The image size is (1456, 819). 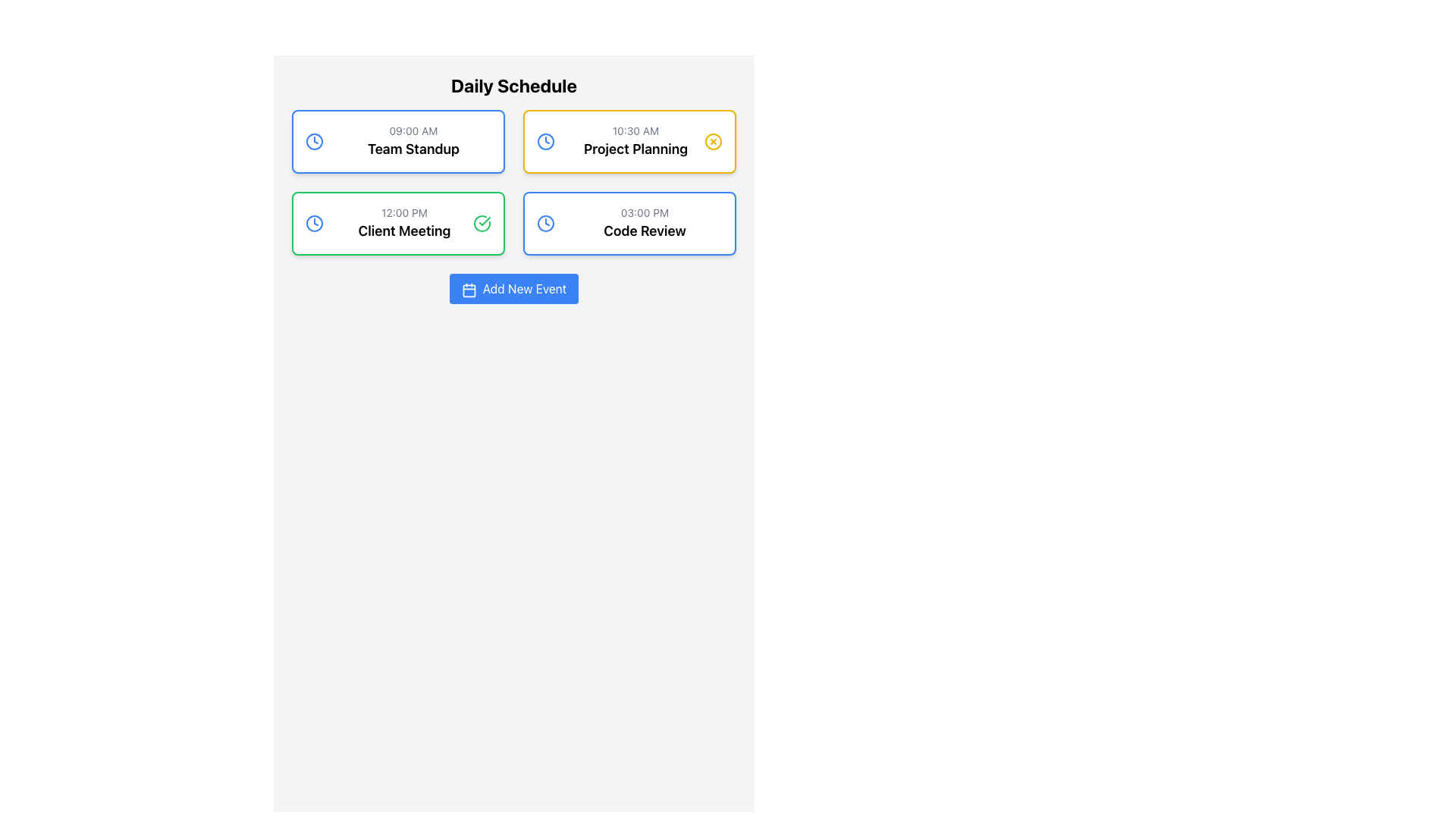 What do you see at coordinates (468, 290) in the screenshot?
I see `the calendar icon's SVG rectangle component which serves as the main body of the calendar representation` at bounding box center [468, 290].